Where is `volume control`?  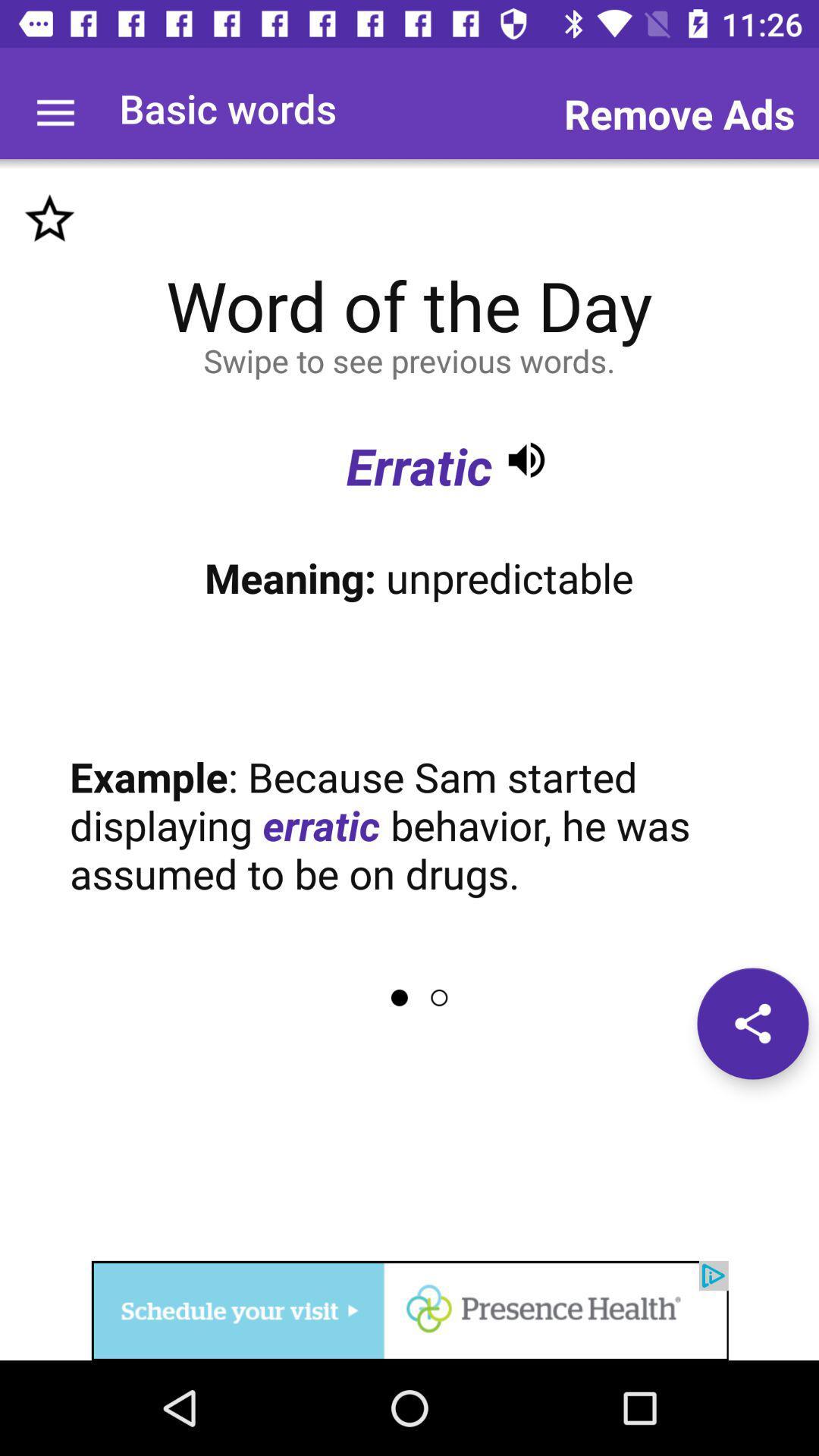 volume control is located at coordinates (526, 459).